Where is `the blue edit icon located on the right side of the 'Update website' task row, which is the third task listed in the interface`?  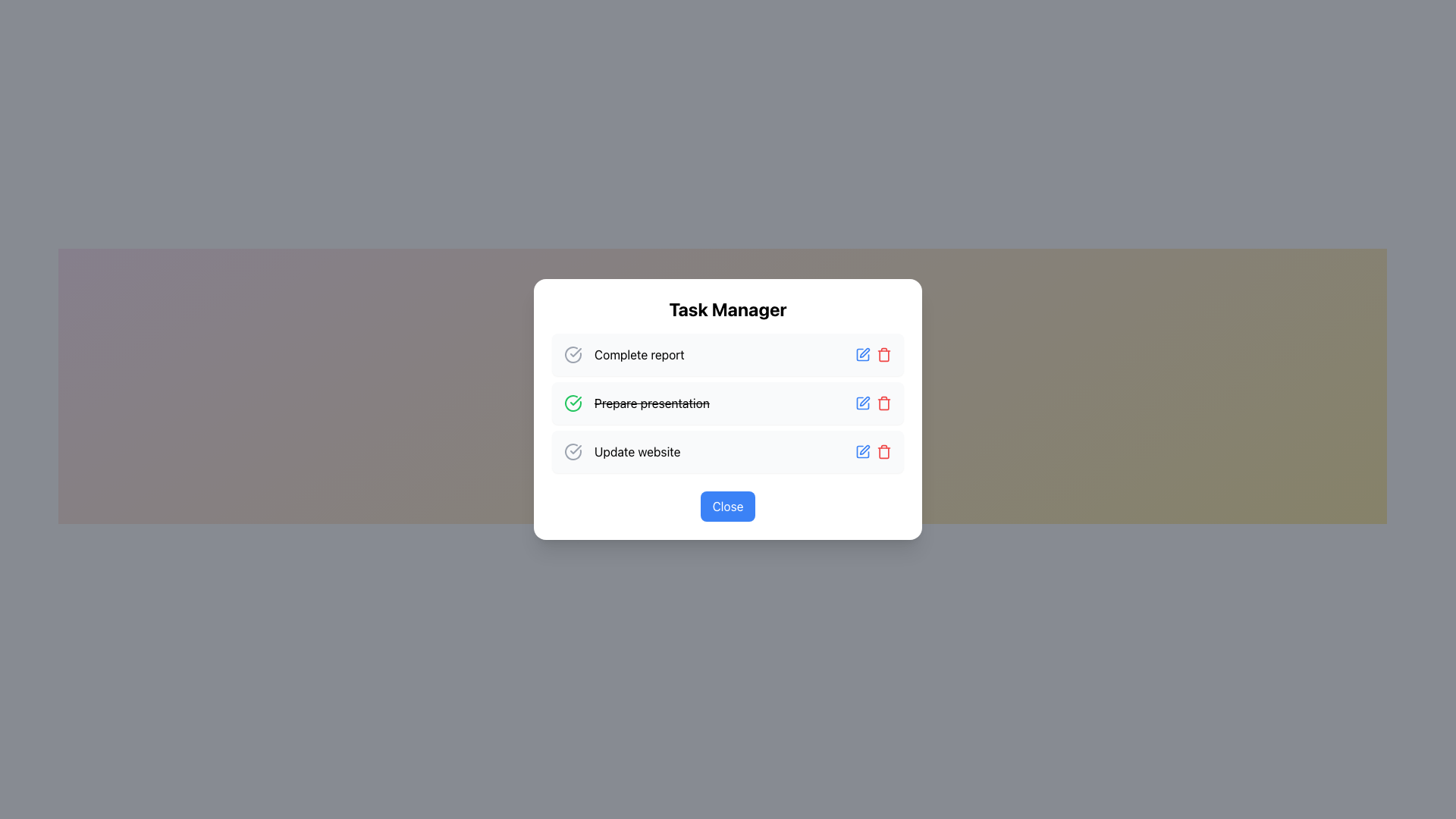 the blue edit icon located on the right side of the 'Update website' task row, which is the third task listed in the interface is located at coordinates (874, 451).